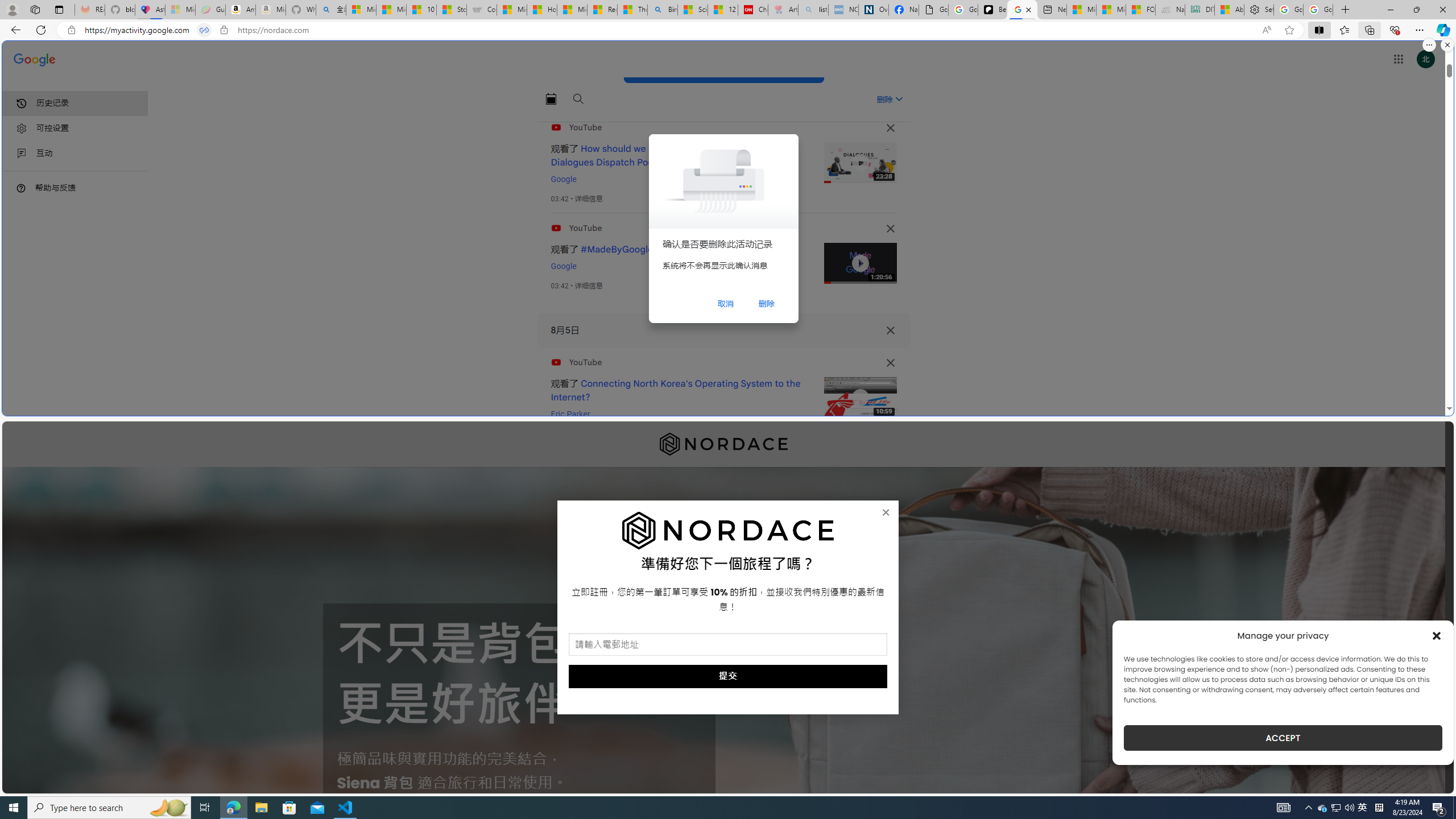 This screenshot has width=1456, height=819. Describe the element at coordinates (149, 9) in the screenshot. I see `'Asthma Inhalers: Names and Types'` at that location.